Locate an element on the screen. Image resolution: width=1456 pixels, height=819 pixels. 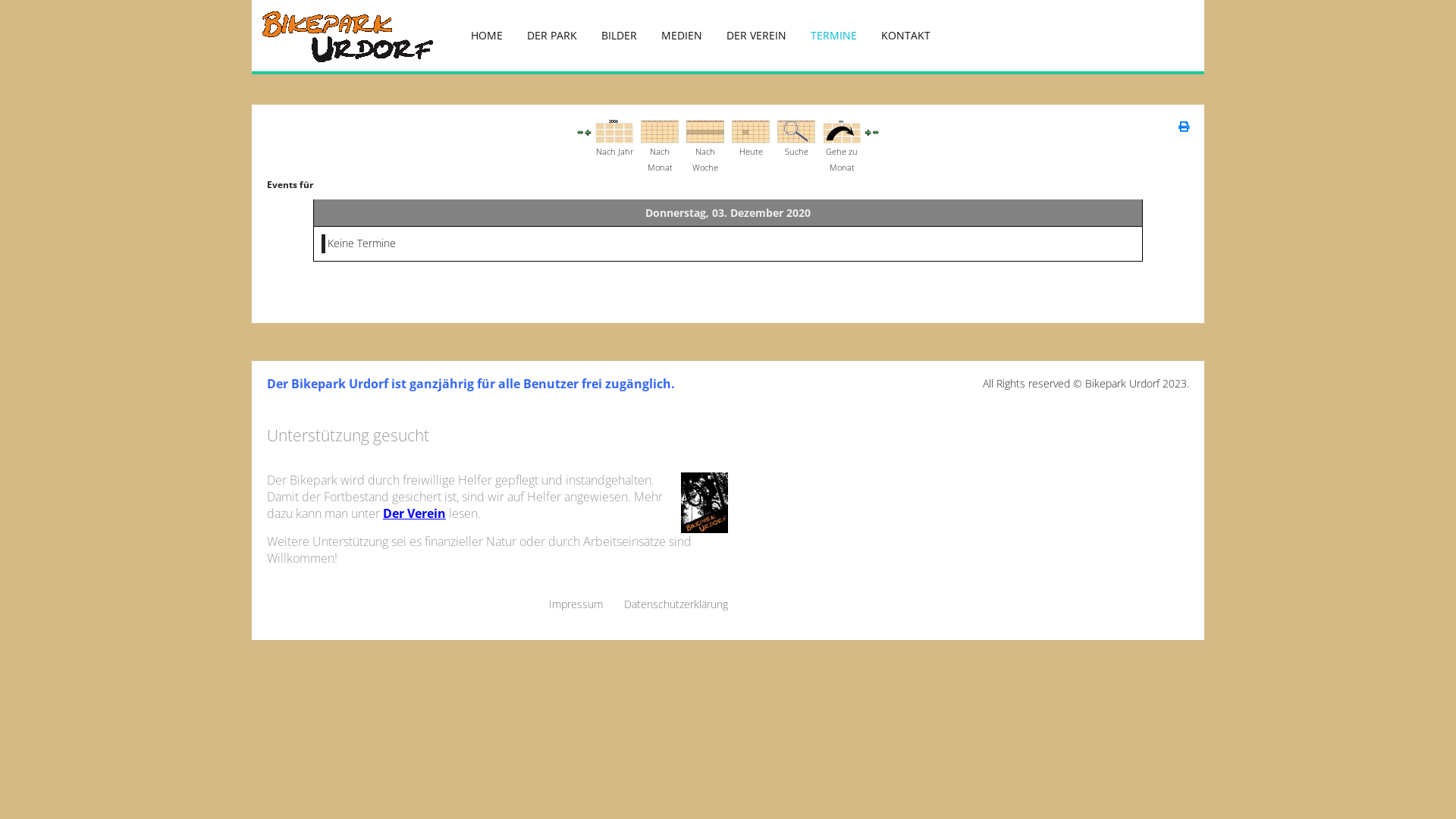
'BILDER' is located at coordinates (619, 34).